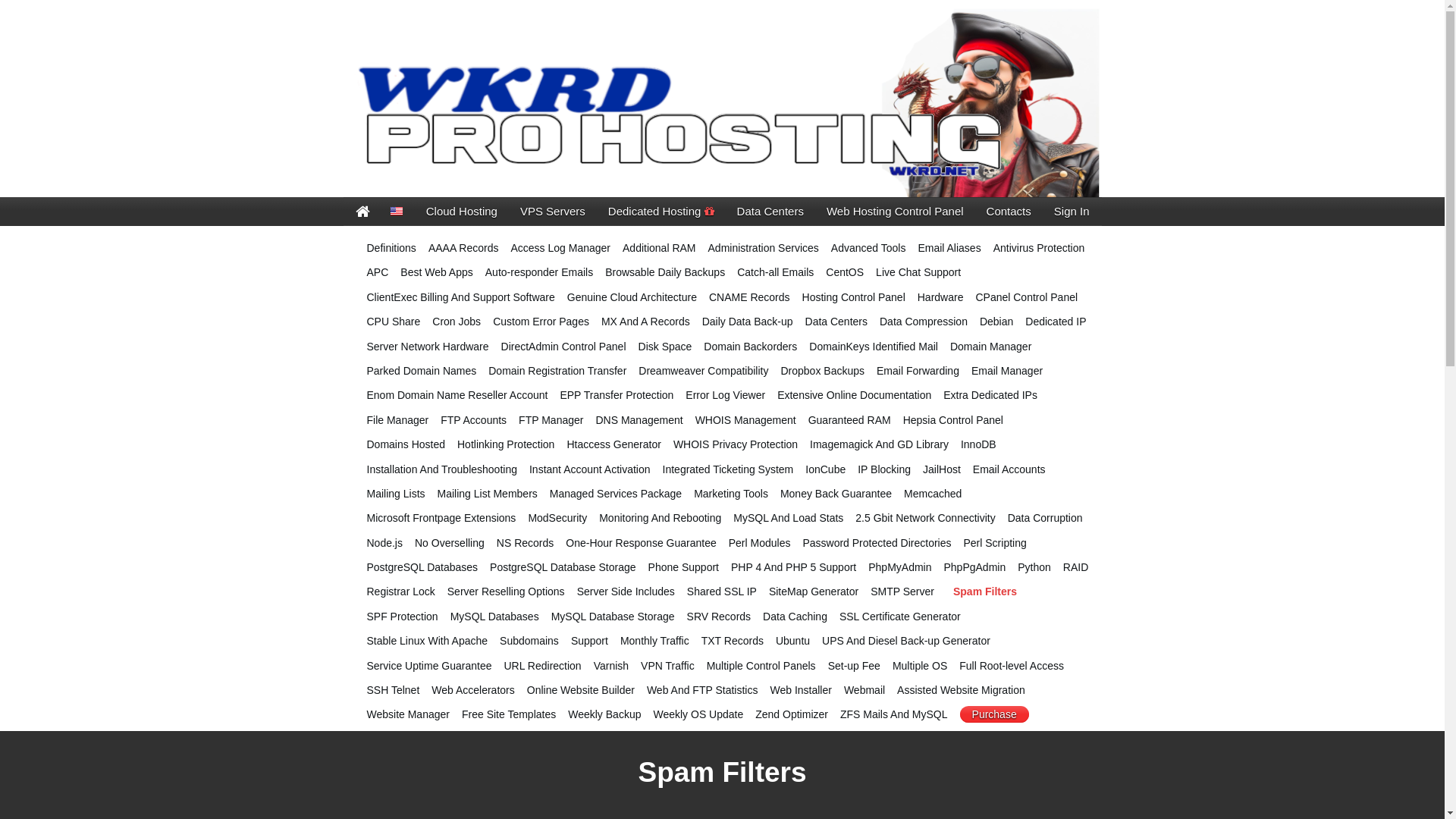 The width and height of the screenshot is (1456, 819). I want to click on 'CNAME Records', so click(749, 297).